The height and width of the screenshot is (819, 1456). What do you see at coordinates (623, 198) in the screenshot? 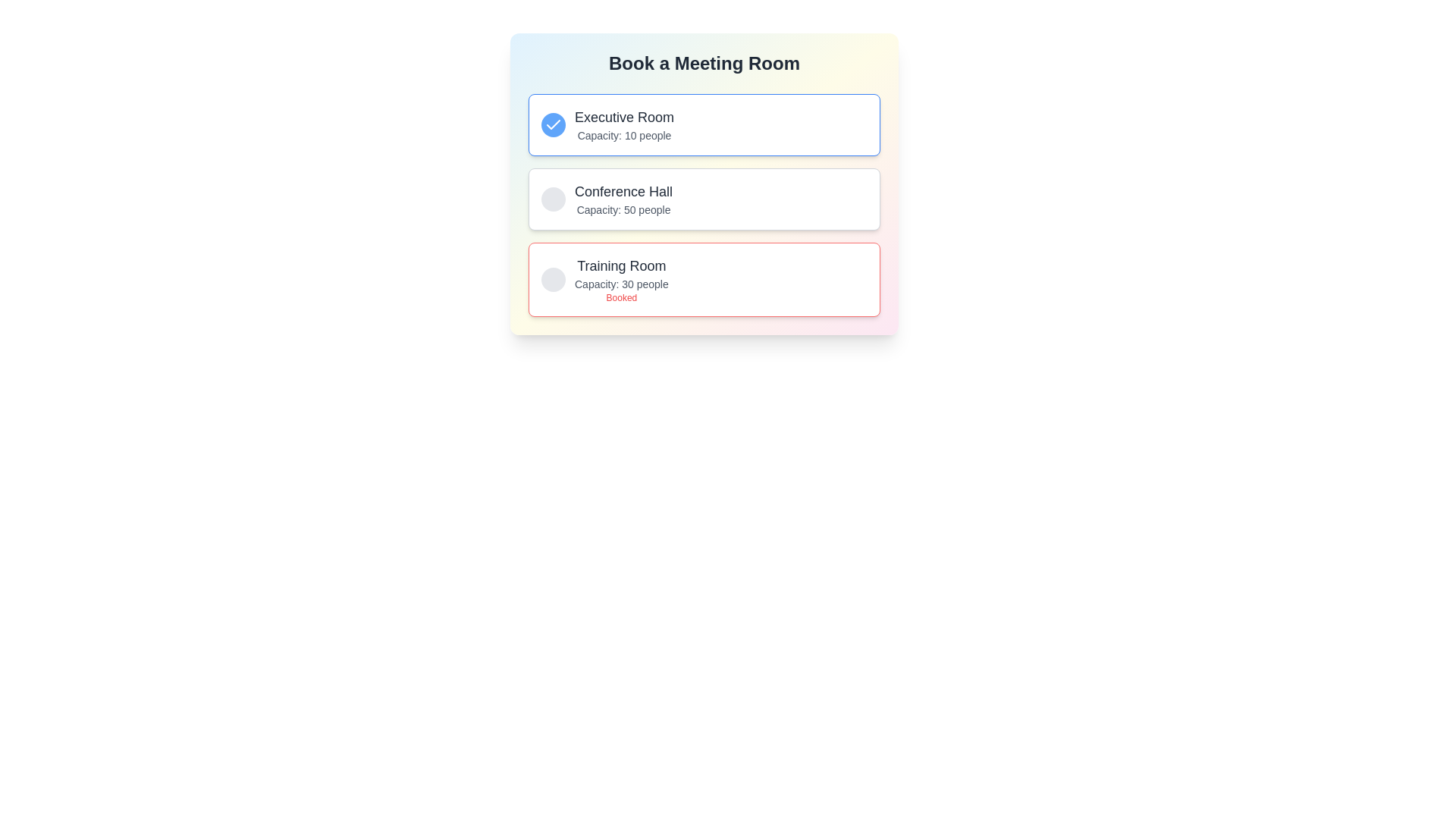
I see `information displayed in the informational text block about the 'Conference Hall', which includes its capacity of '50 people'. This element is the second option in a vertical list of room details` at bounding box center [623, 198].